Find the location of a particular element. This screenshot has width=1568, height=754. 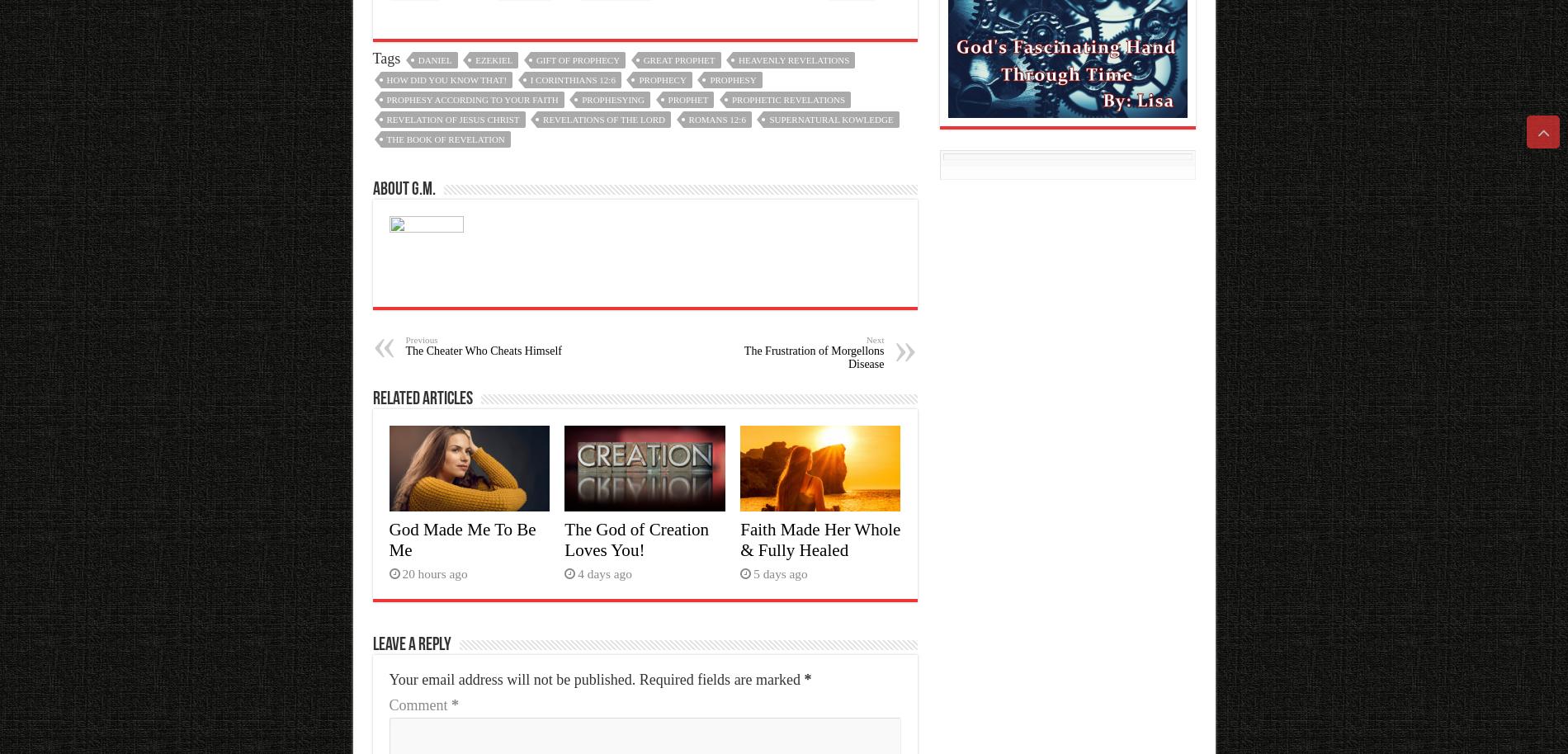

'How did you know that!' is located at coordinates (446, 79).